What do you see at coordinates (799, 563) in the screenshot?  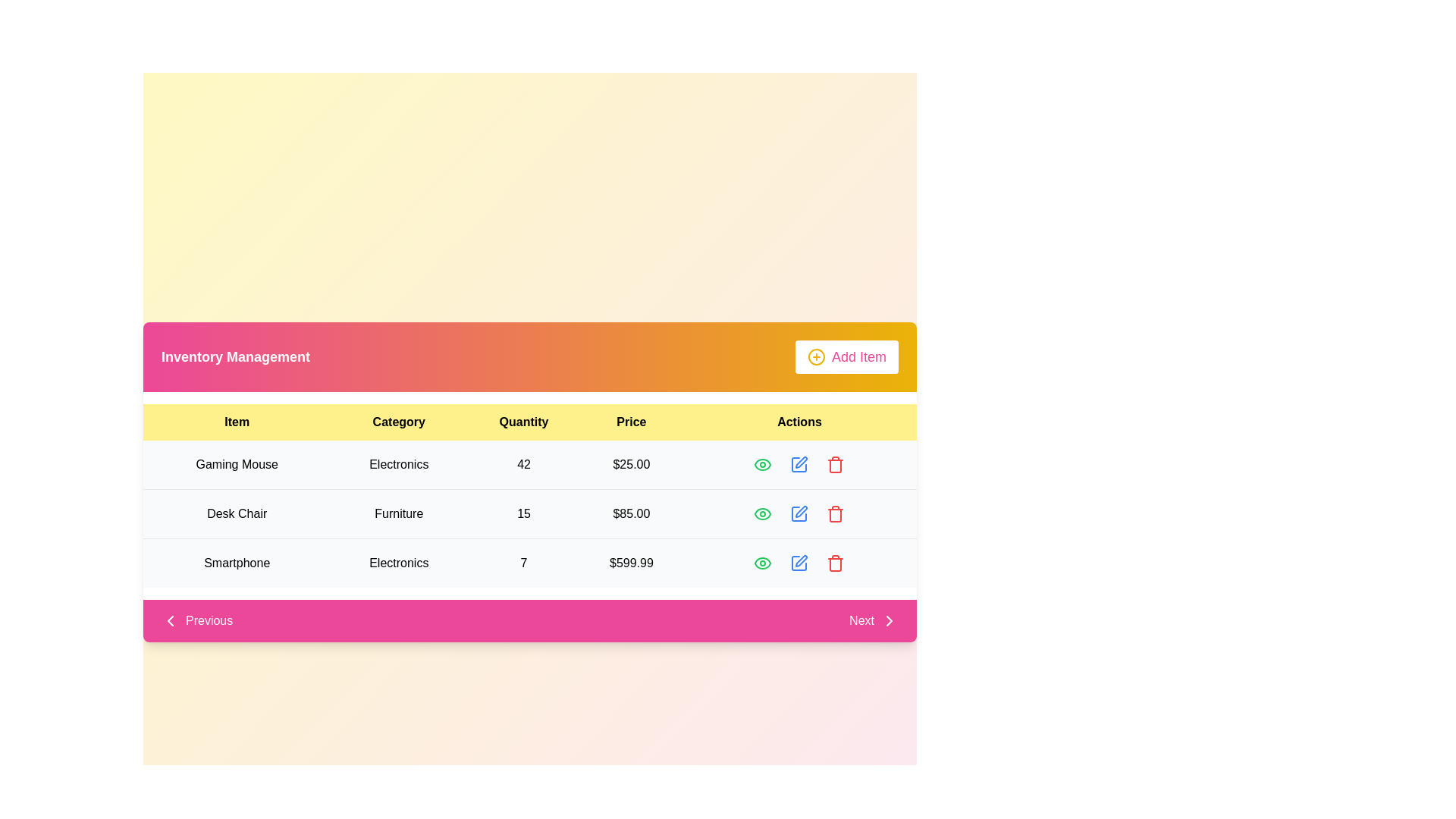 I see `the 'Edit' button in the 'Actions' column for the third item ('Smartphone') in the data table` at bounding box center [799, 563].